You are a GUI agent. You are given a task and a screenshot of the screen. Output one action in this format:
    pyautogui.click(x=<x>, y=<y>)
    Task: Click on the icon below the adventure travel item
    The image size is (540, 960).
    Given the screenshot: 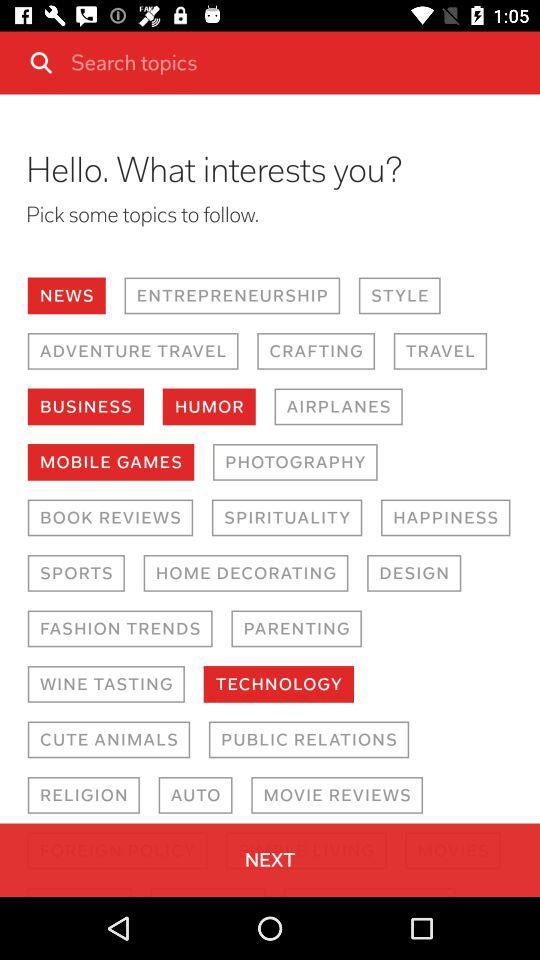 What is the action you would take?
    pyautogui.click(x=84, y=405)
    